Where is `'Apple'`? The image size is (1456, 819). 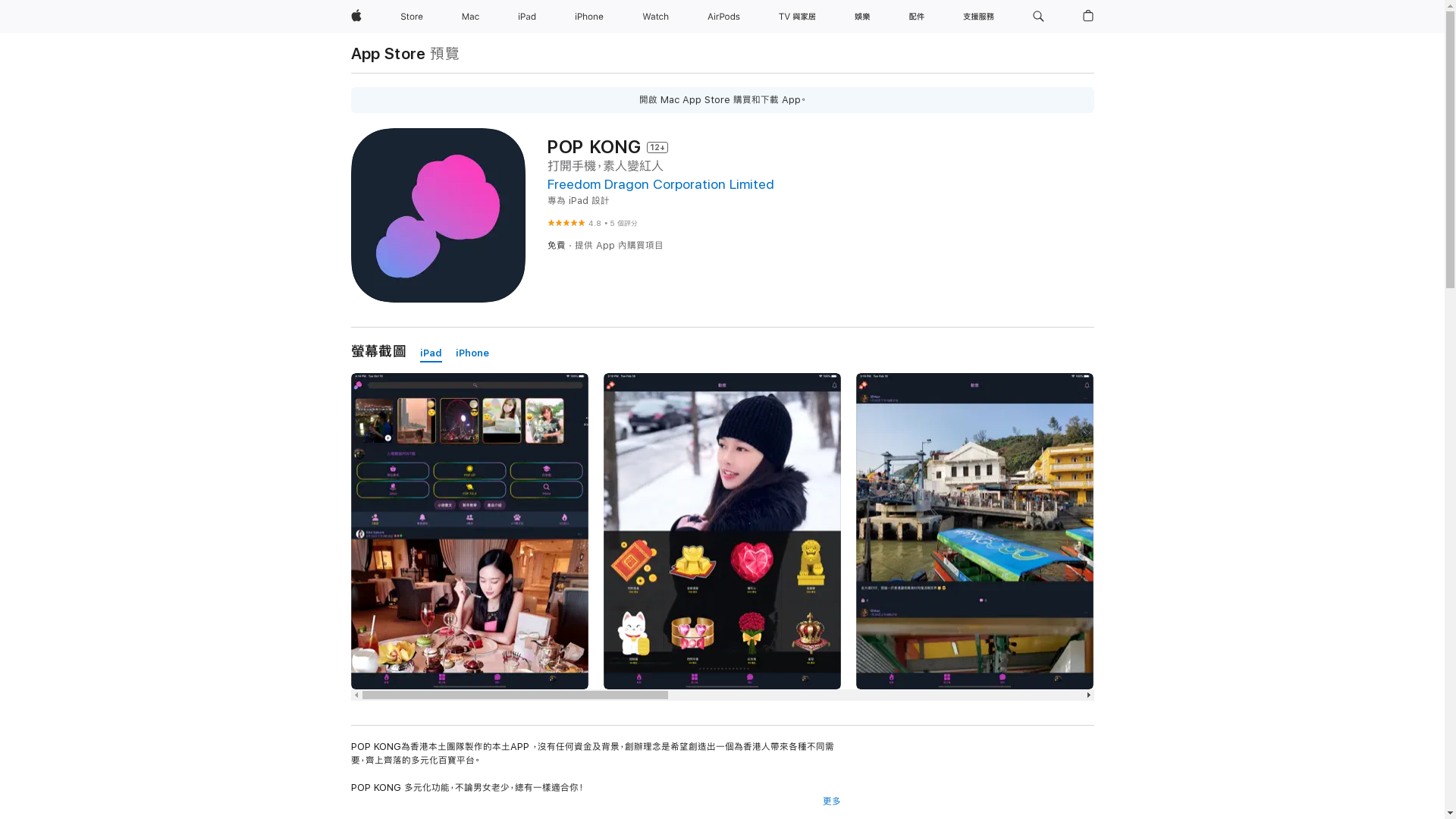
'Apple' is located at coordinates (355, 17).